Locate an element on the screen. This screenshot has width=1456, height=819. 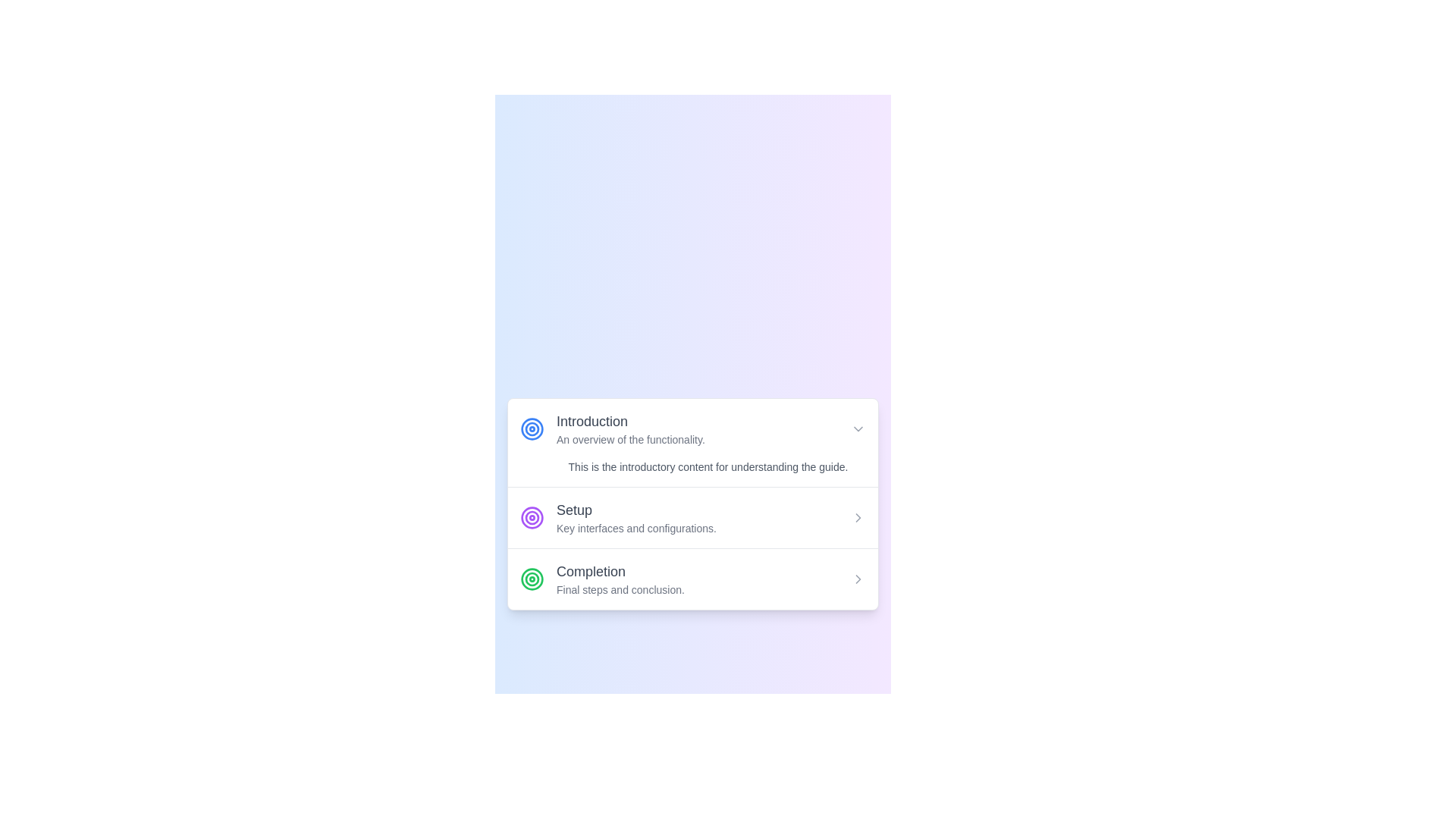
the rightward-facing chevron icon, styled in light gray and located to the far right of the 'Setup' text is located at coordinates (858, 516).